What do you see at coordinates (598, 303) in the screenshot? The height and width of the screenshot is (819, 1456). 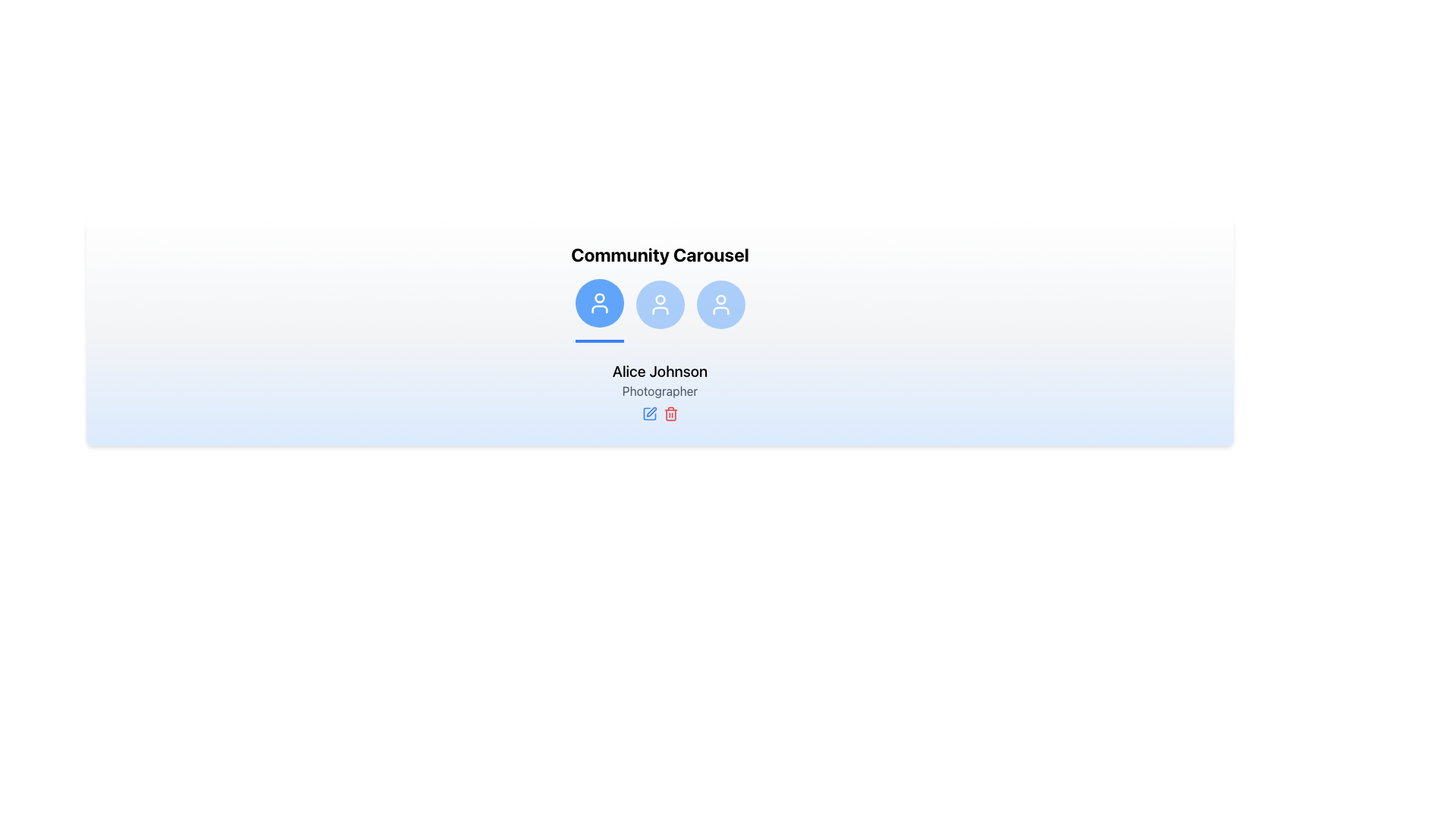 I see `the Interactive Profile Icon, which is a large circular icon with a blue background and a white user silhouette, located first in the horizontal group under 'Community Carousel'` at bounding box center [598, 303].